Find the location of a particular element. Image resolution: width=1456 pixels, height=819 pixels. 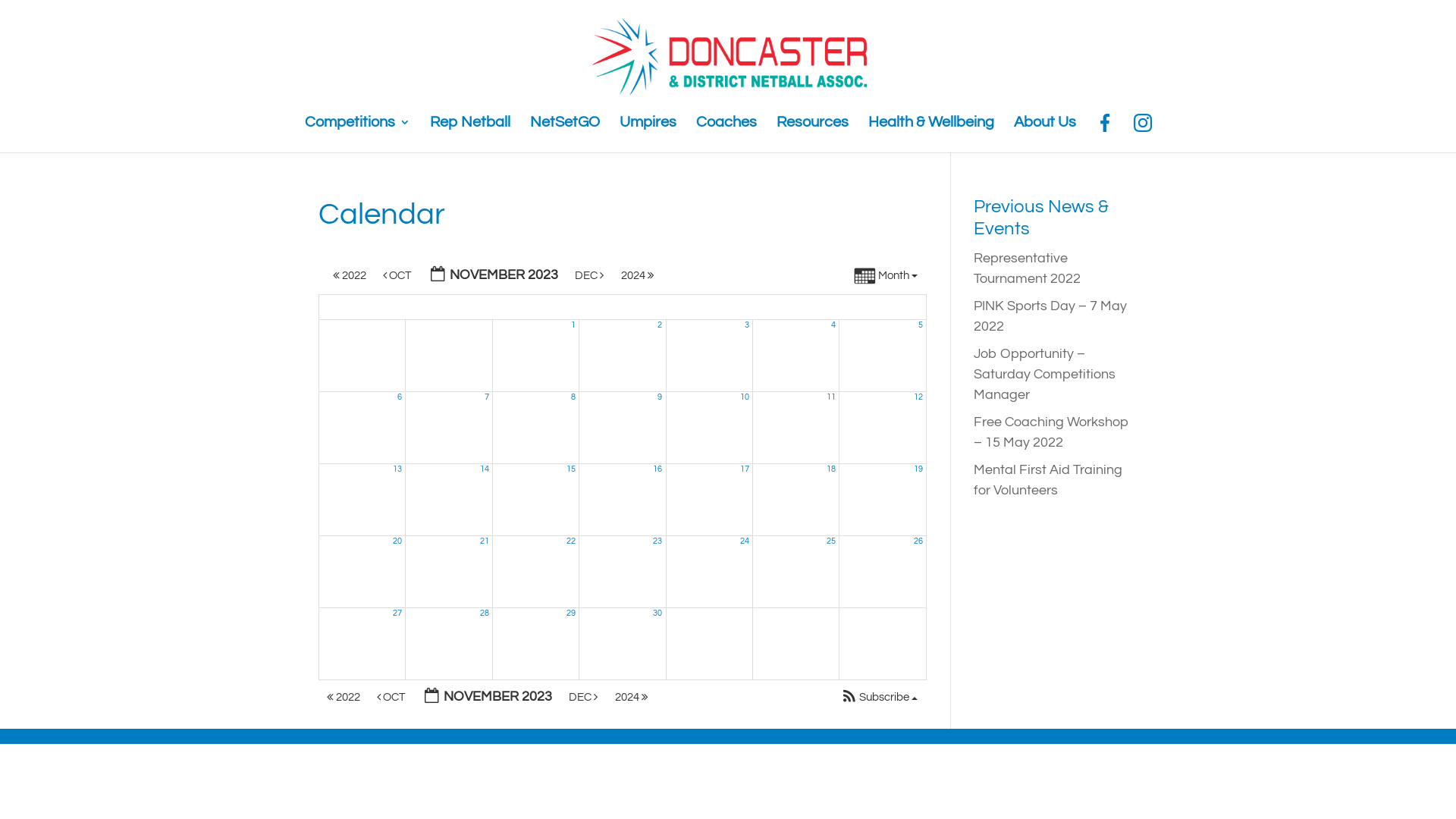

'4' is located at coordinates (833, 324).